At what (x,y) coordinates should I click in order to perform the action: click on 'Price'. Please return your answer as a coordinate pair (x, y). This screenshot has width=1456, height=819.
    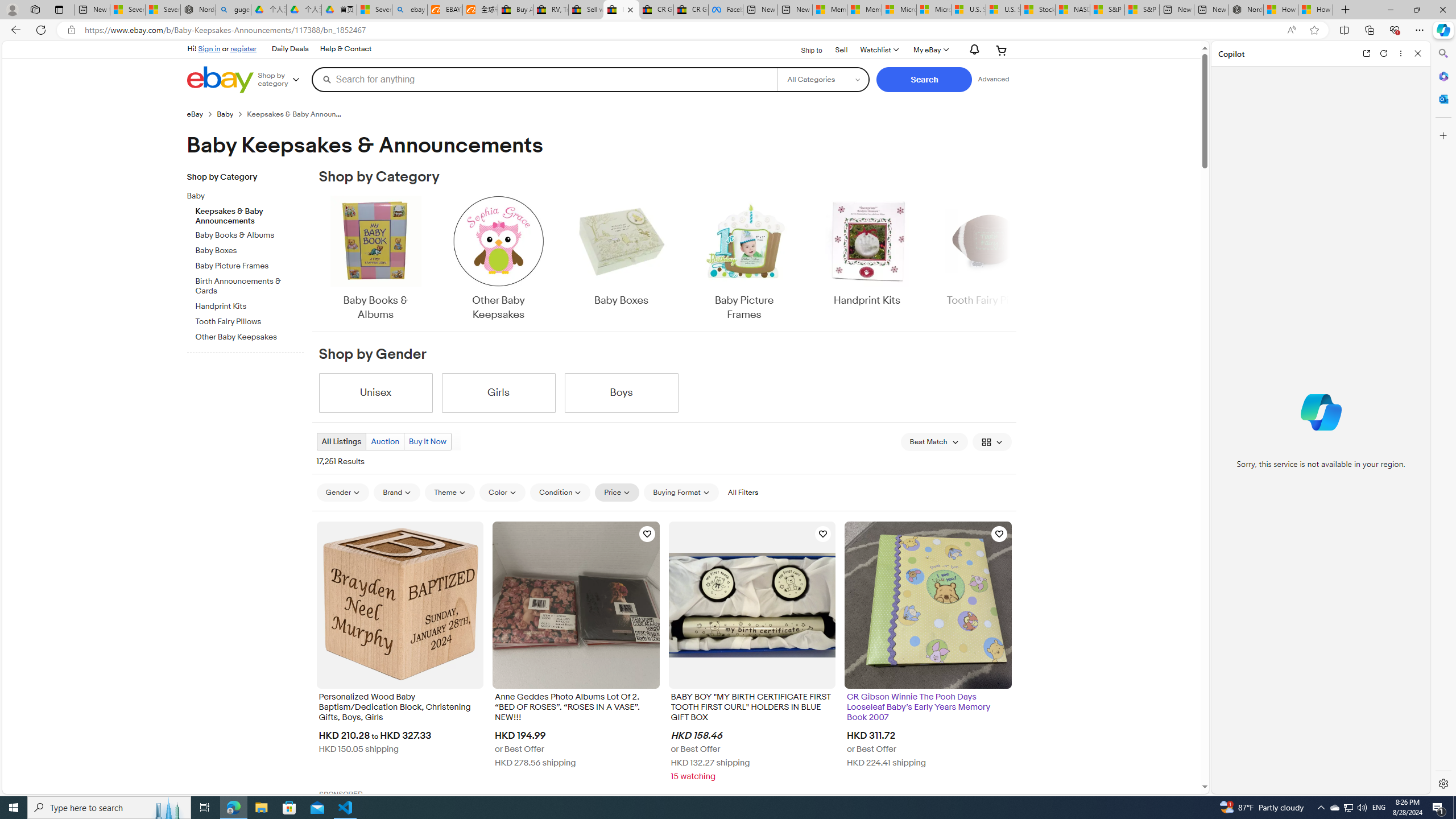
    Looking at the image, I should click on (617, 492).